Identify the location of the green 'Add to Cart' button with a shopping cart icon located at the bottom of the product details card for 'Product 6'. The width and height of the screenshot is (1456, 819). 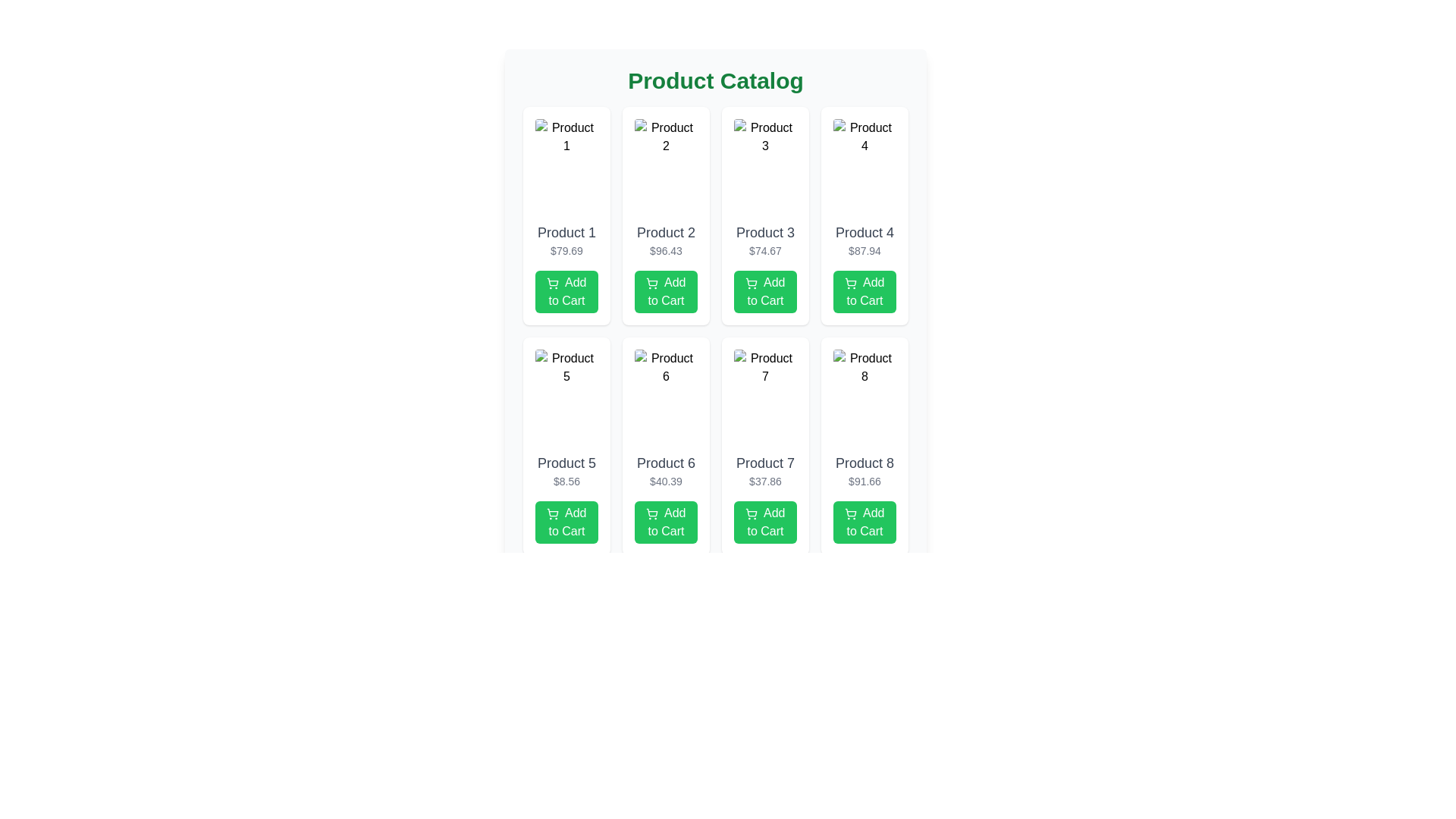
(666, 522).